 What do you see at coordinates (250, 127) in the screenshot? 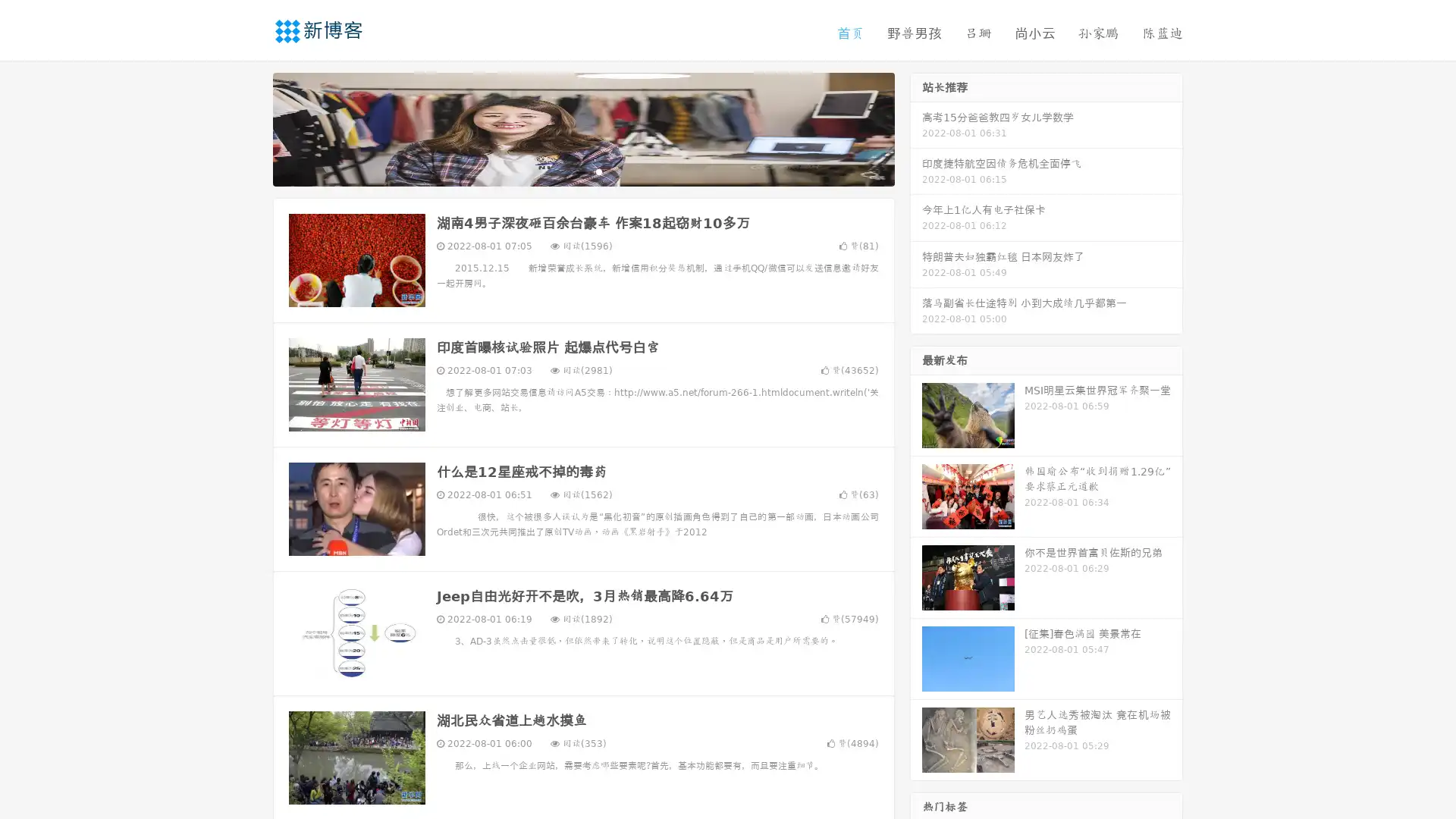
I see `Previous slide` at bounding box center [250, 127].